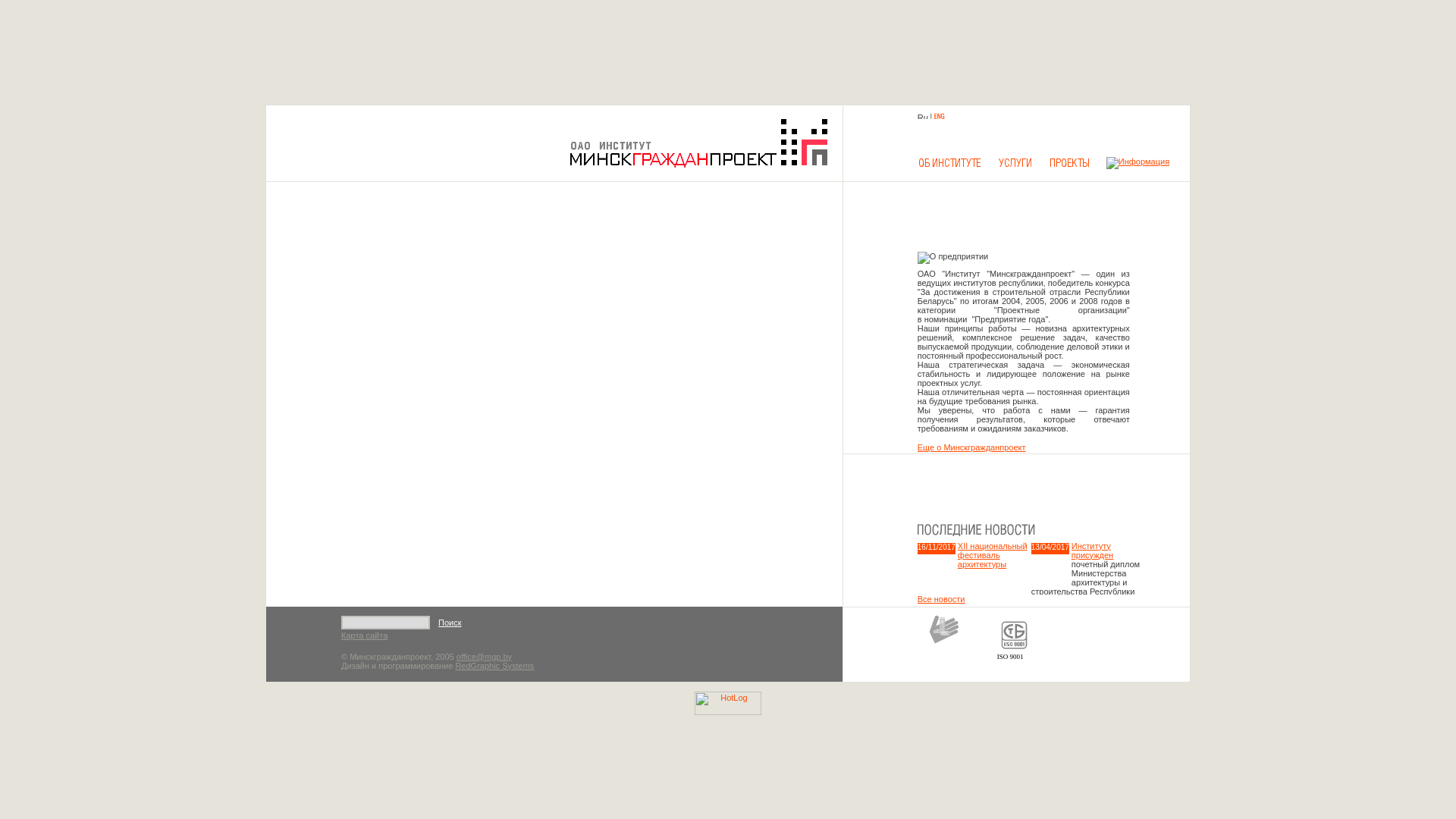  What do you see at coordinates (454, 665) in the screenshot?
I see `'RedGraphic Systems'` at bounding box center [454, 665].